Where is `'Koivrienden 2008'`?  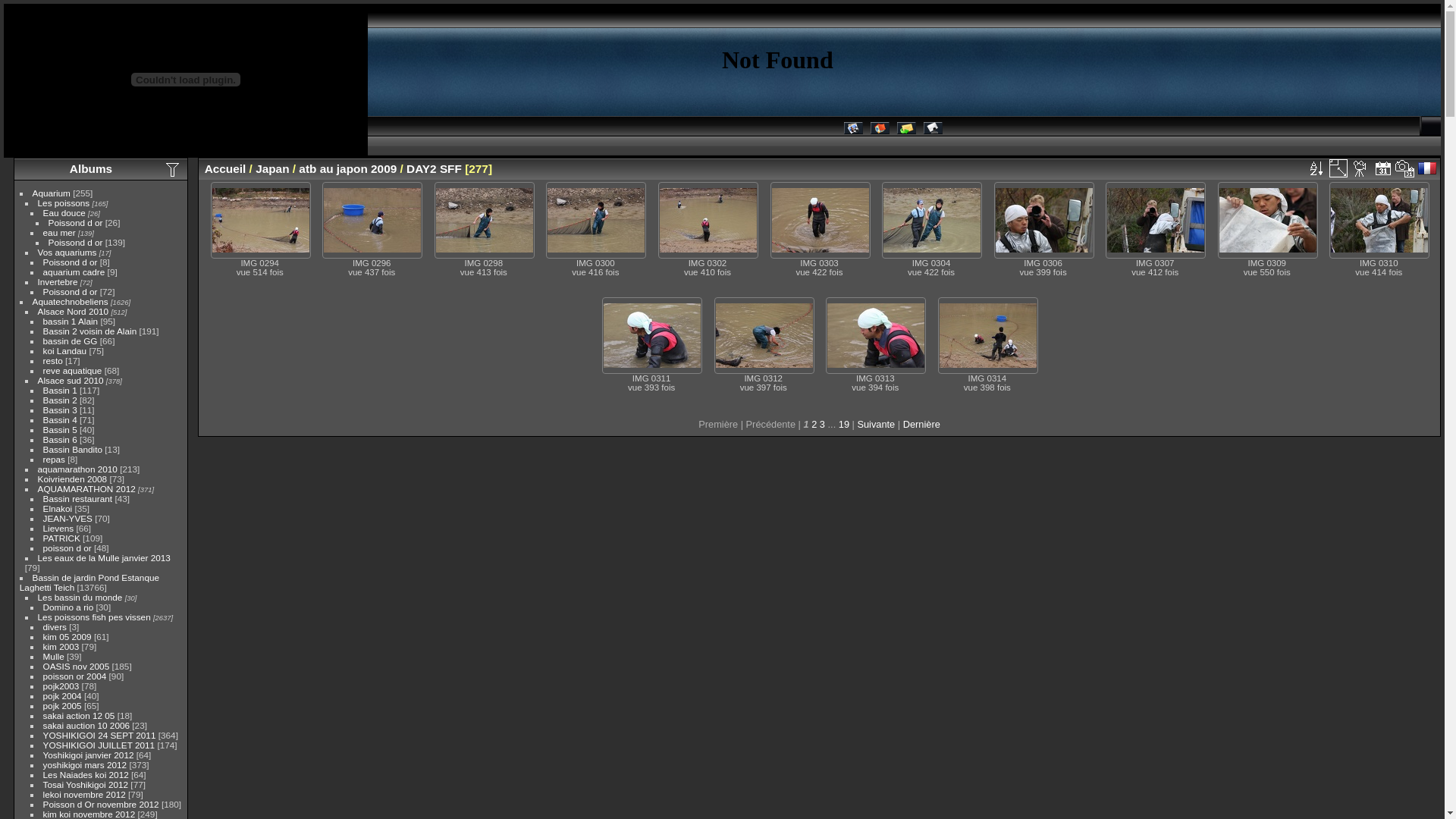 'Koivrienden 2008' is located at coordinates (37, 479).